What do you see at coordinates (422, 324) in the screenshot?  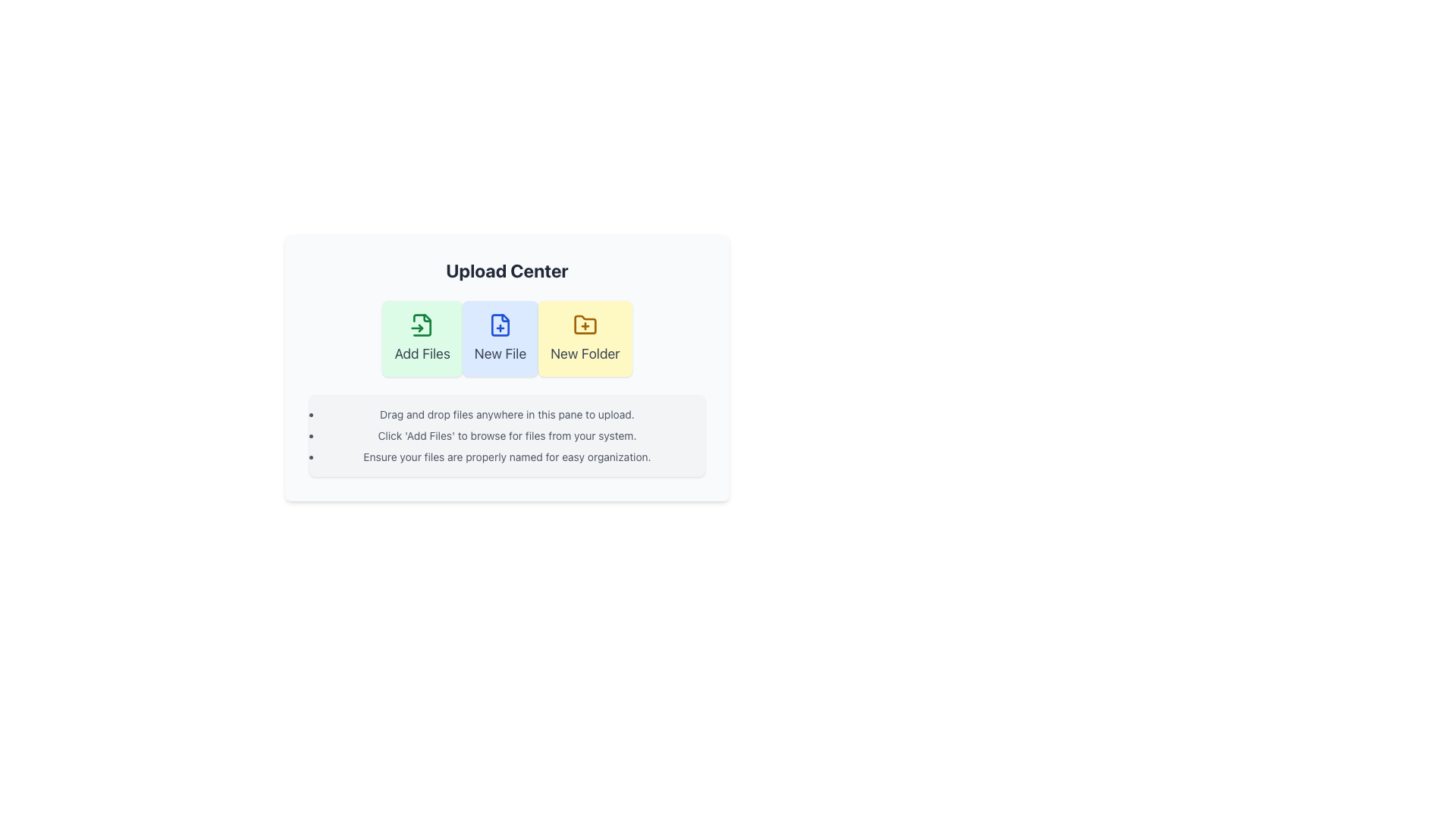 I see `the green file icon within the 'Add Files' group, positioned to the left of 'New File' and 'New Folder'` at bounding box center [422, 324].